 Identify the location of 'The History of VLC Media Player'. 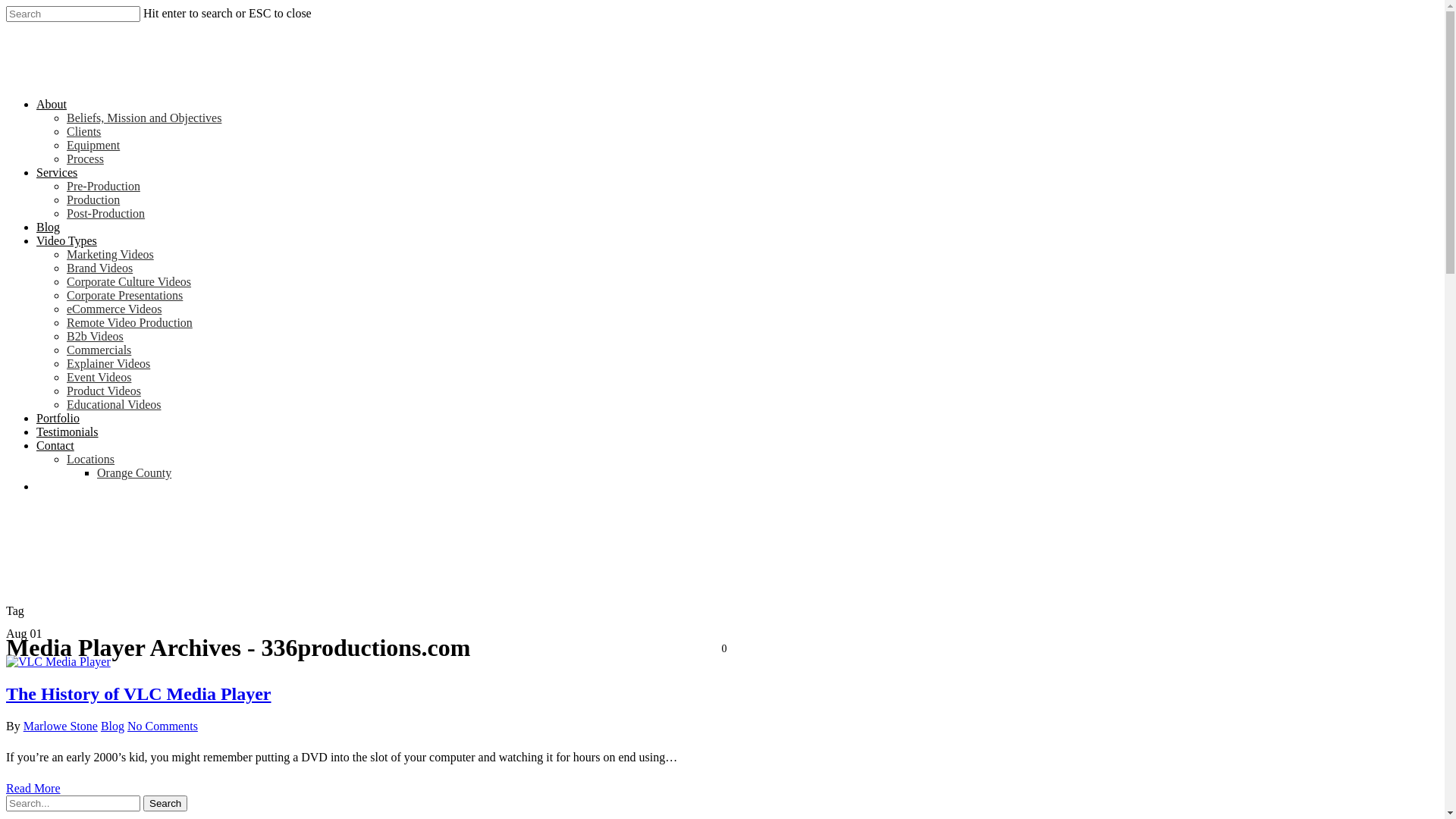
(138, 693).